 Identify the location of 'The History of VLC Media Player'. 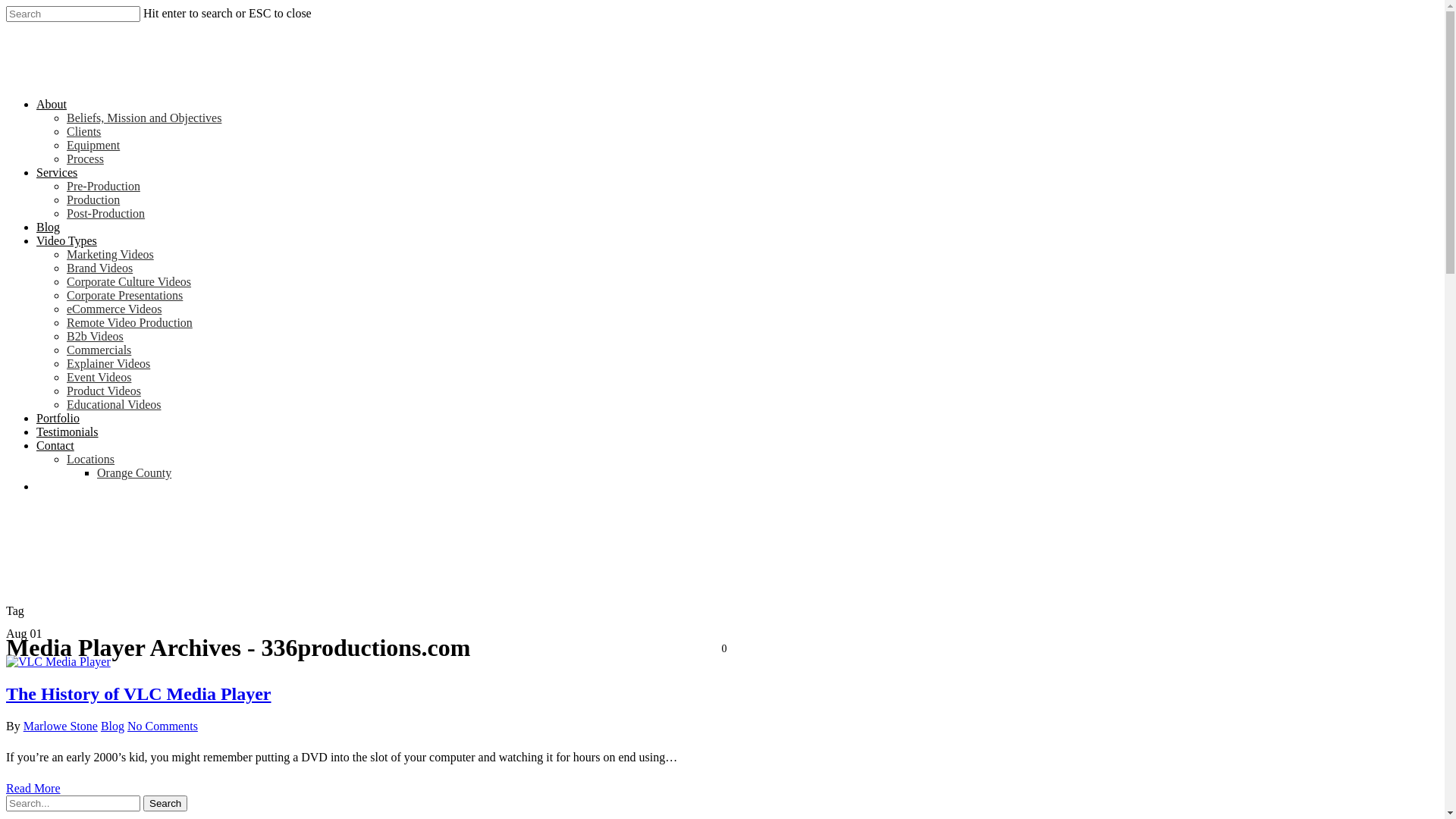
(138, 693).